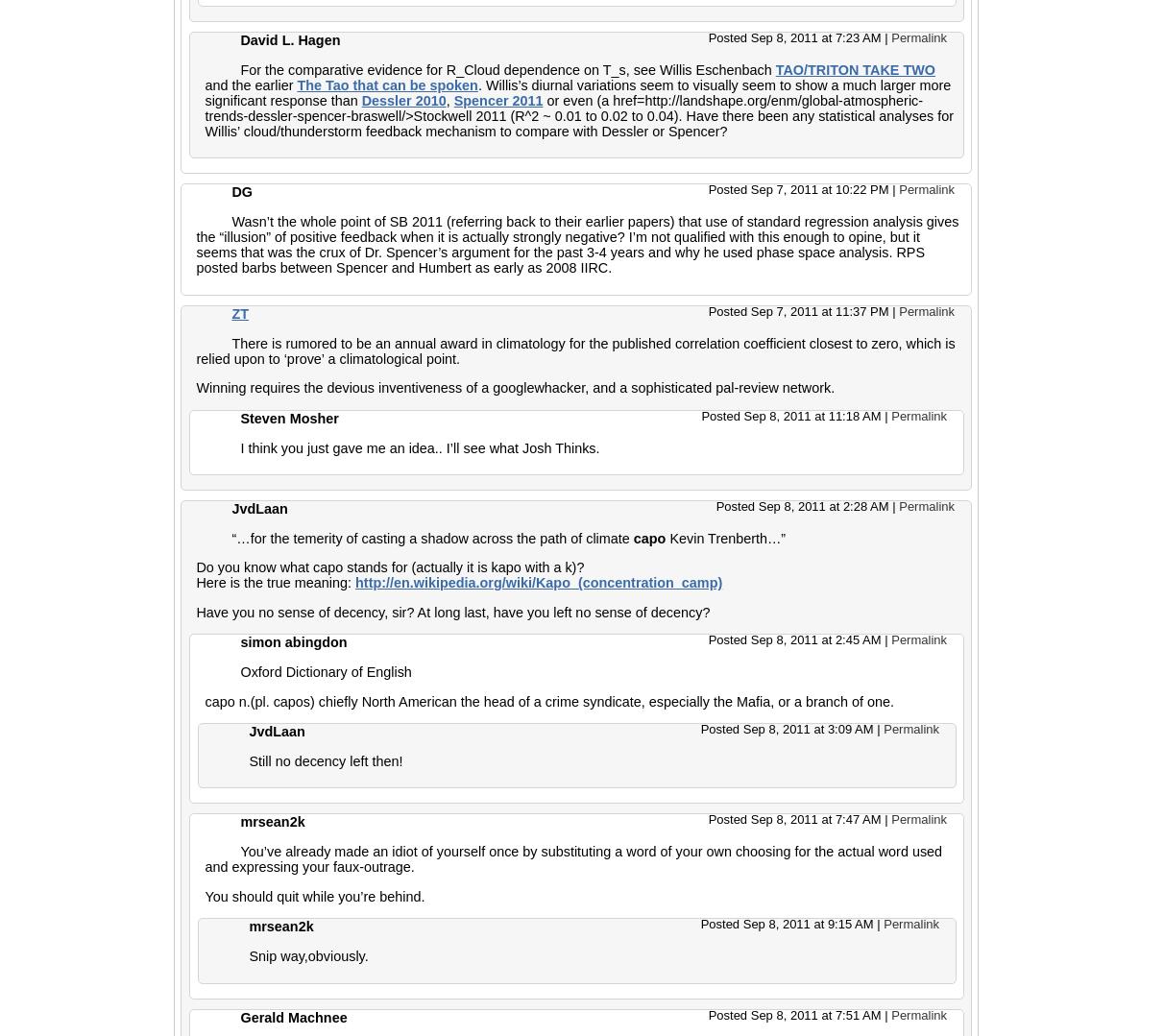 The image size is (1164, 1036). I want to click on 'Spencer 2011', so click(497, 100).